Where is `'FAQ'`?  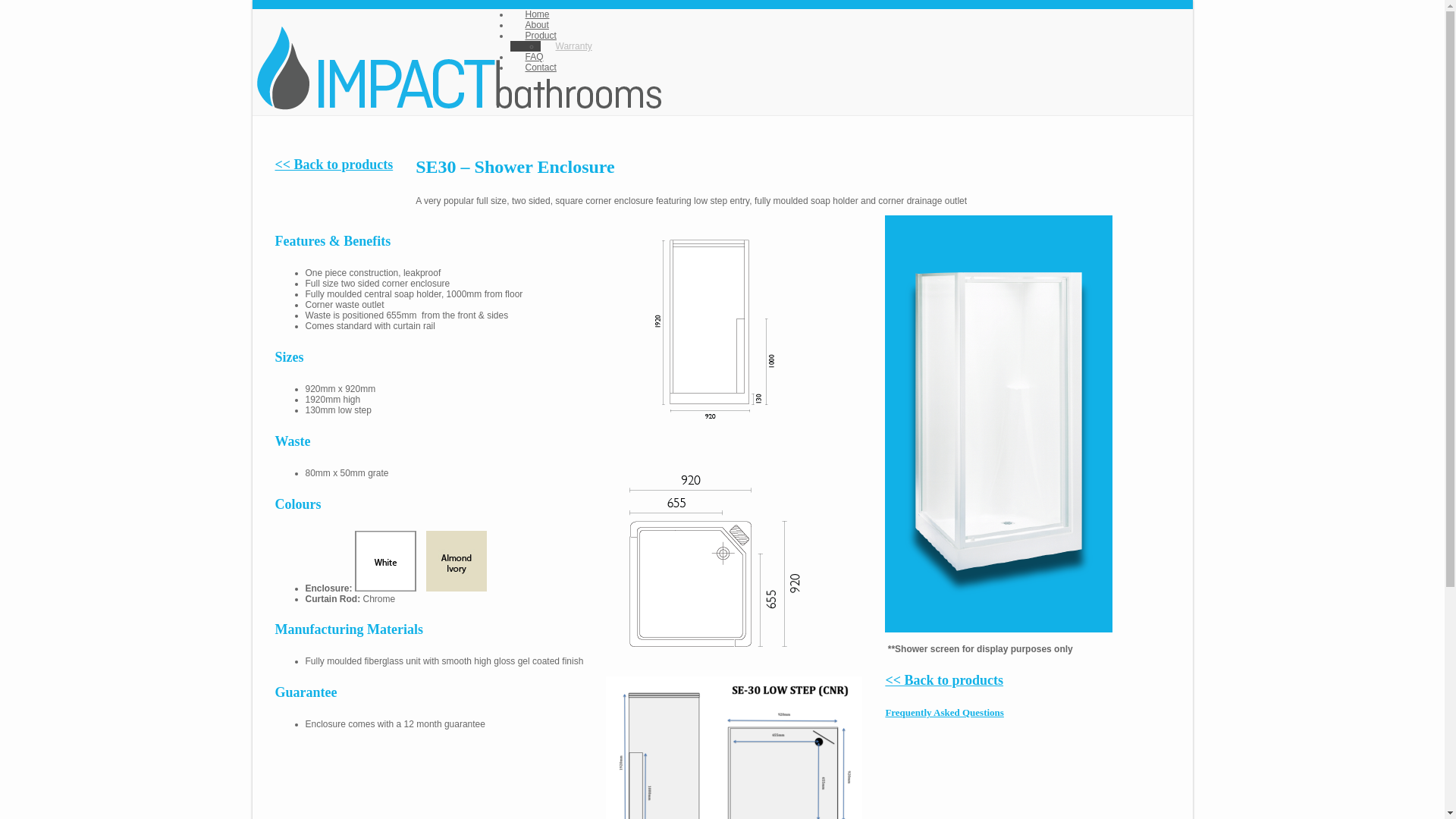
'FAQ' is located at coordinates (510, 55).